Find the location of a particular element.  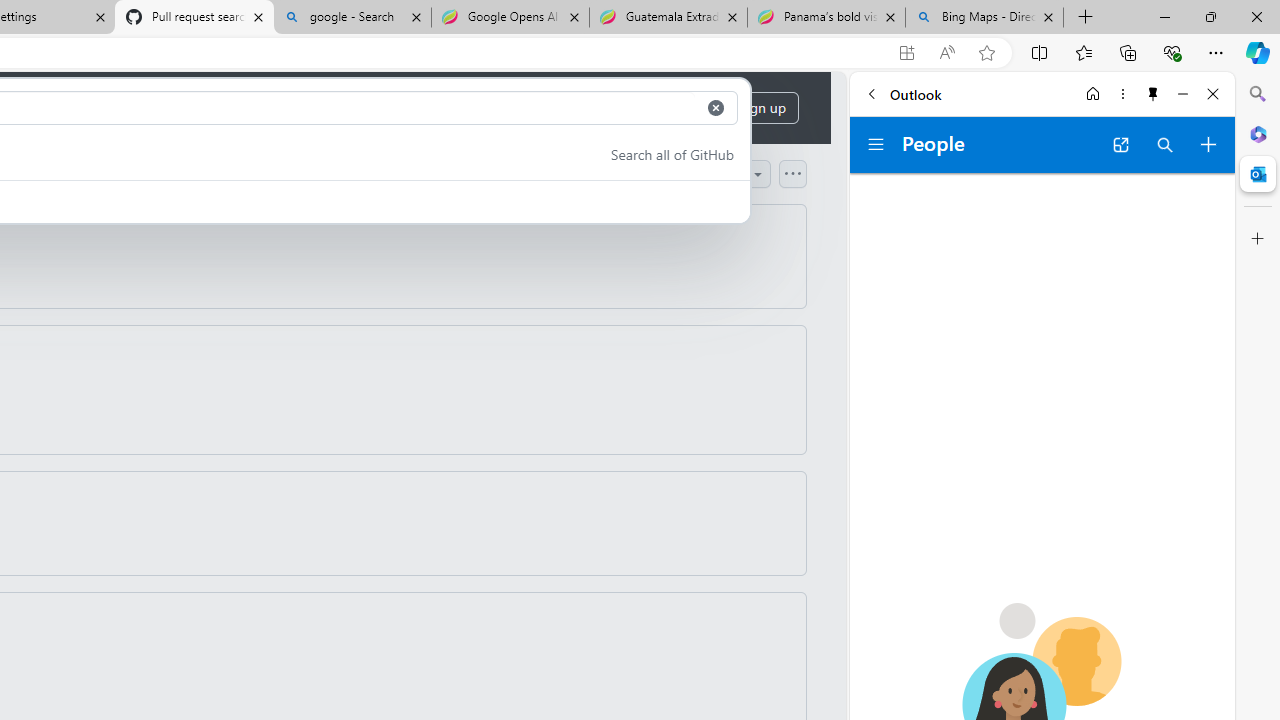

'Open column options' is located at coordinates (791, 172).